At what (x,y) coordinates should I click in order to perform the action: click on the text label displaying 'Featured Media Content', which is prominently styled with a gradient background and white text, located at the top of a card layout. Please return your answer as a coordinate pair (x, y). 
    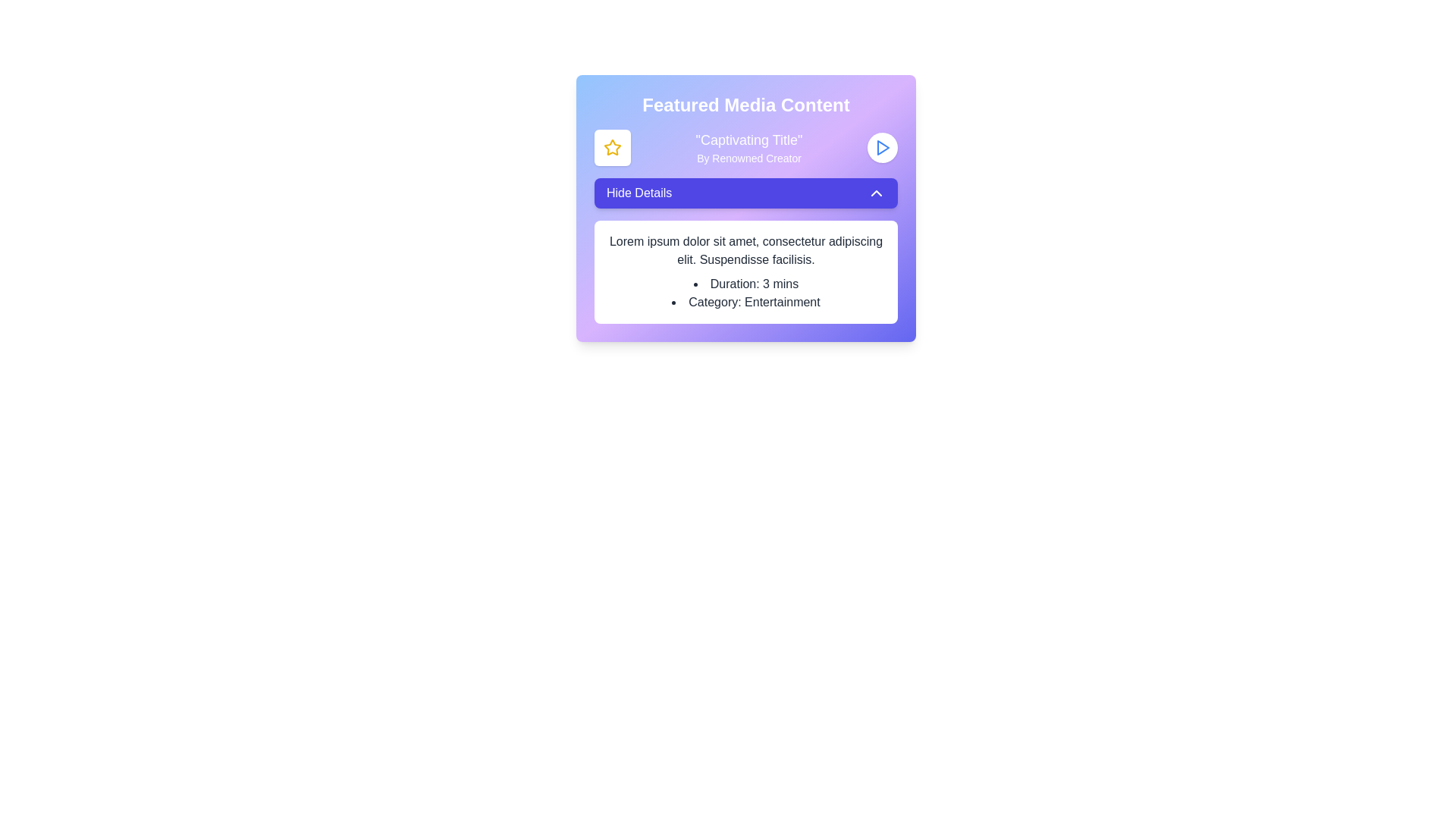
    Looking at the image, I should click on (745, 104).